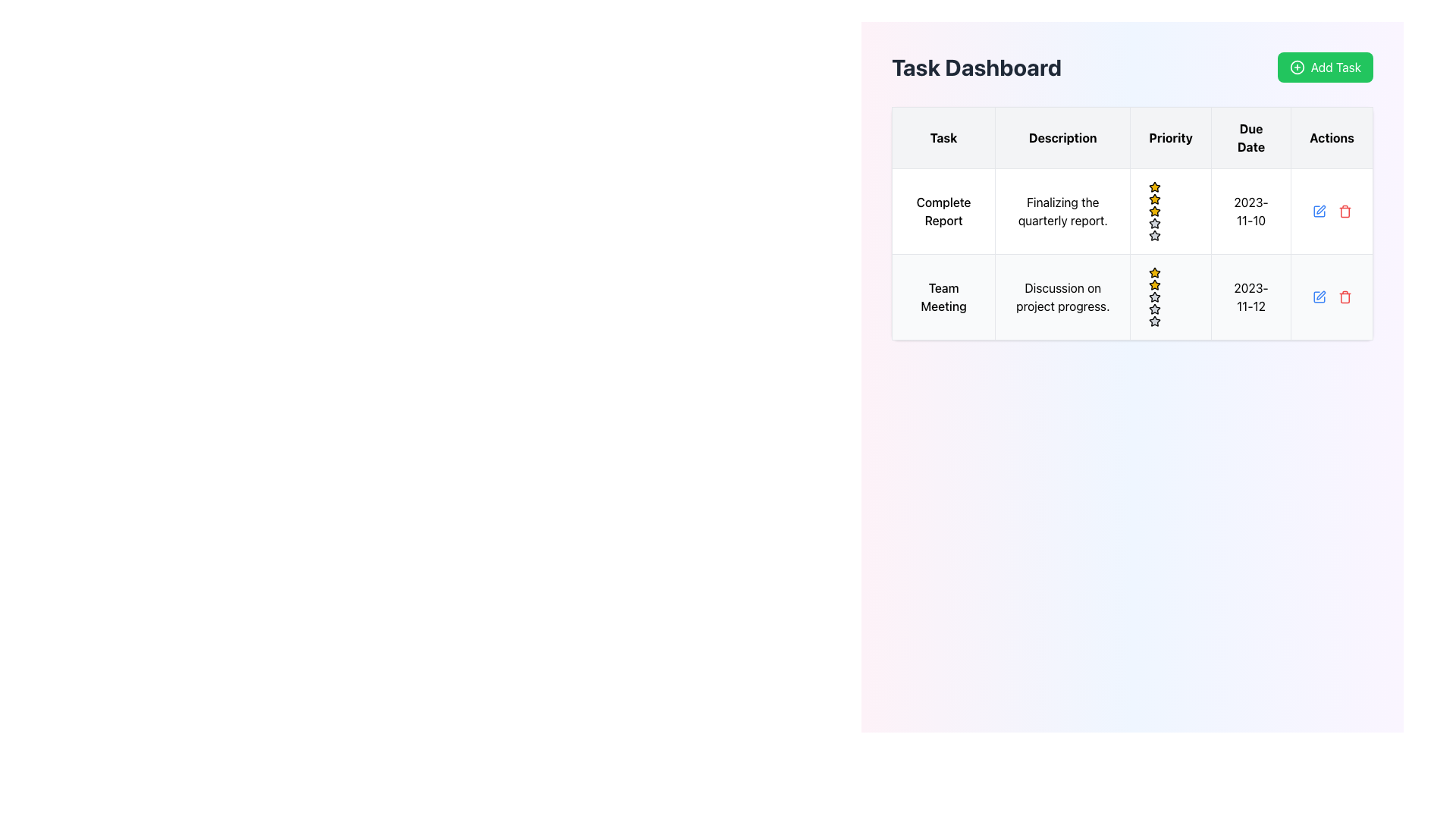  What do you see at coordinates (1154, 284) in the screenshot?
I see `the first star-shaped indicator in the 'Priority' column of the table's second row` at bounding box center [1154, 284].